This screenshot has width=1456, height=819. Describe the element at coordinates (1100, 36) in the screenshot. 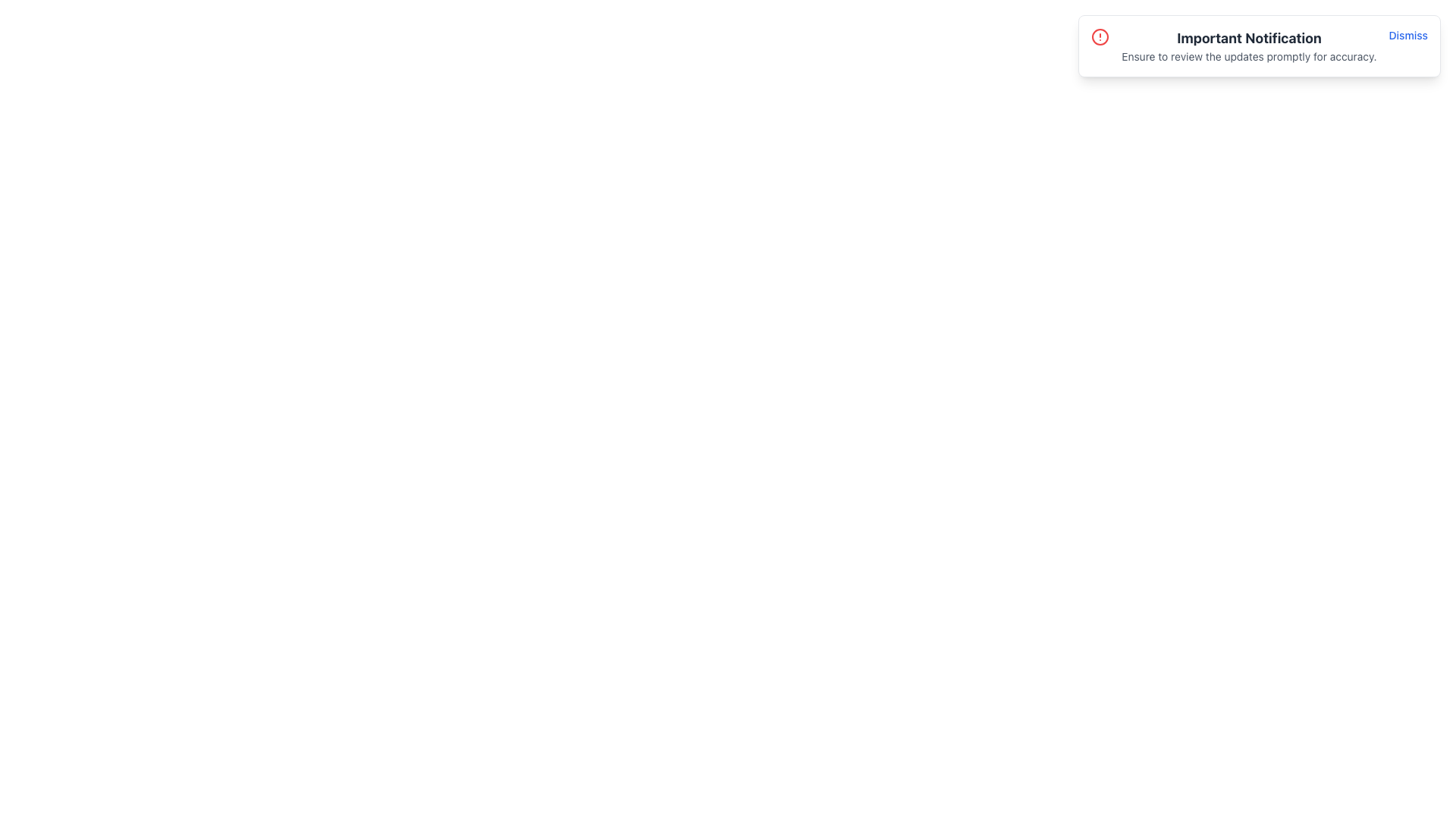

I see `the red circular icon indicating urgency or alert located in the top-left corner of the notification card, next to the text 'Important Notification'` at that location.